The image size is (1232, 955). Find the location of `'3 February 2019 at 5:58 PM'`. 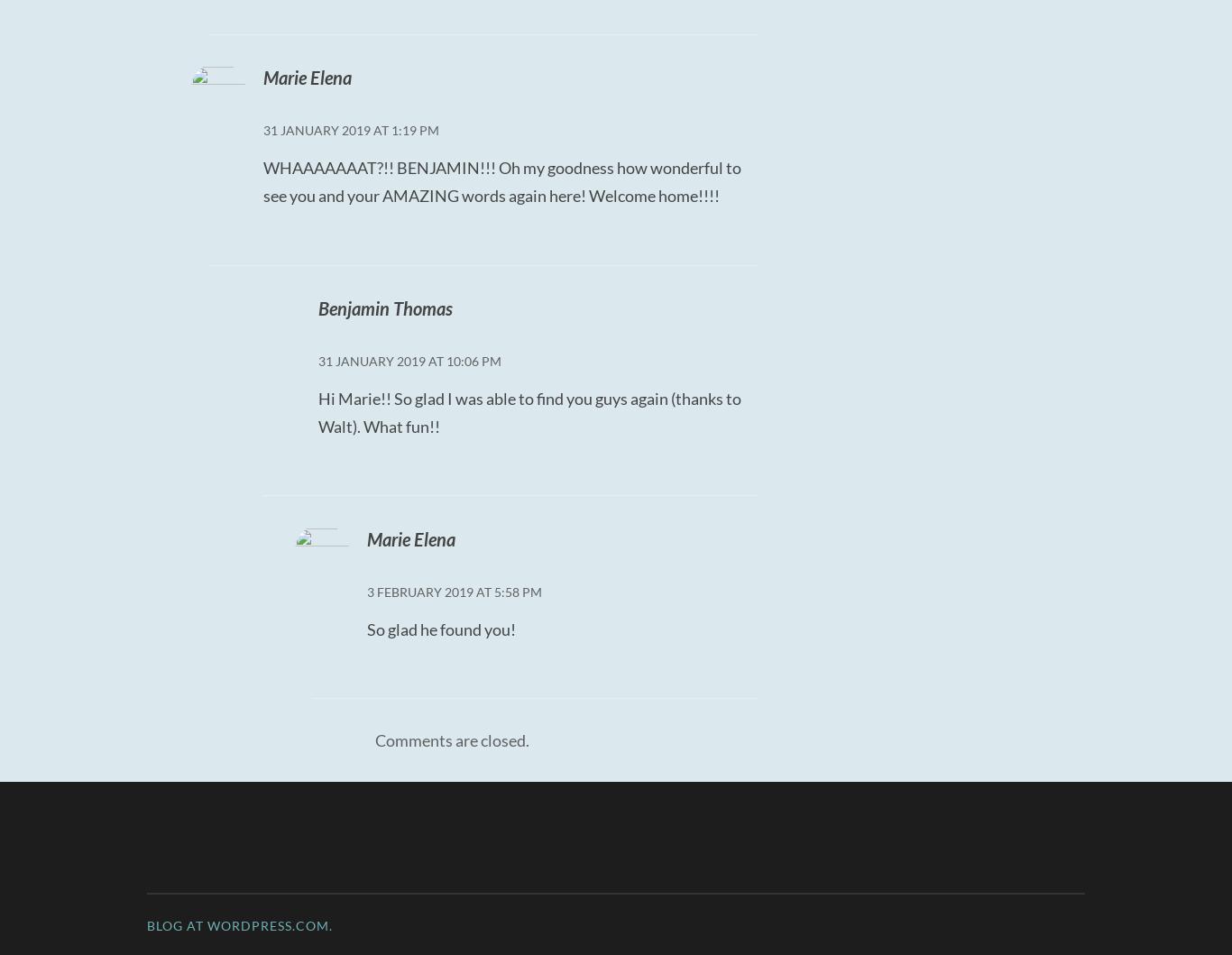

'3 February 2019 at 5:58 PM' is located at coordinates (366, 591).